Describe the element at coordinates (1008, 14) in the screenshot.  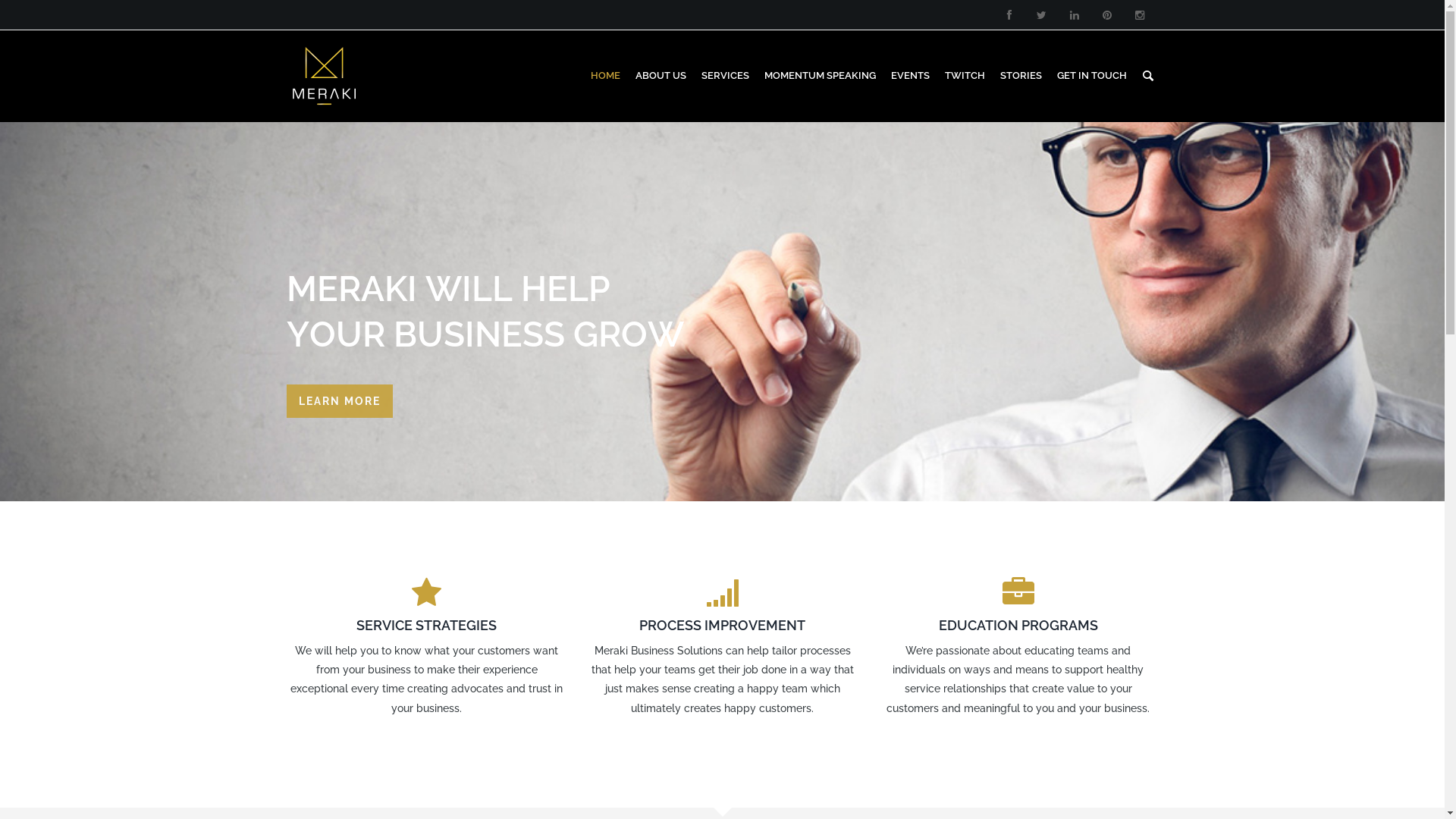
I see `'facebook'` at that location.